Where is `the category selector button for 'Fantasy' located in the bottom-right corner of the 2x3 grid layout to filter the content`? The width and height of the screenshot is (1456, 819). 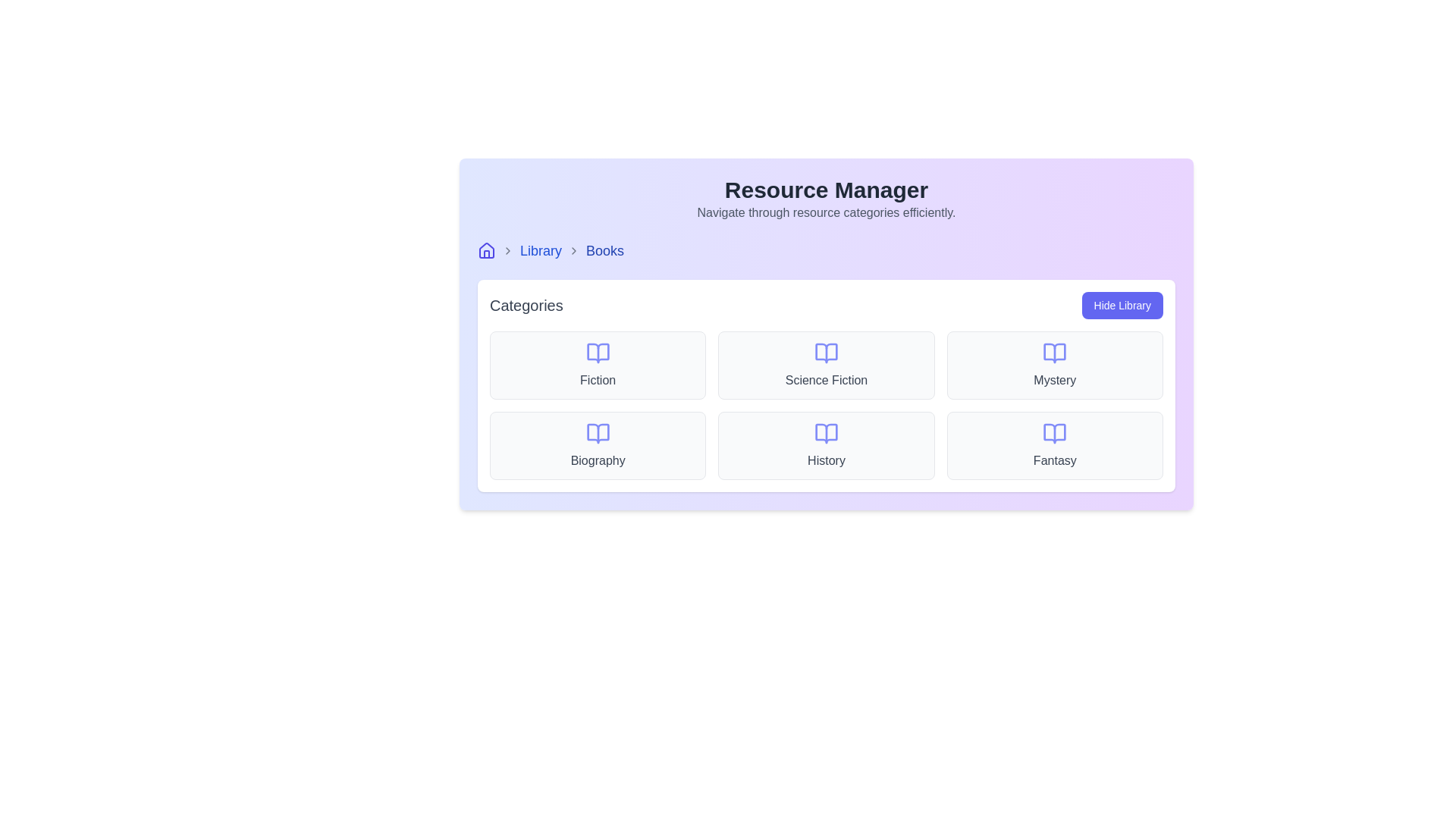 the category selector button for 'Fantasy' located in the bottom-right corner of the 2x3 grid layout to filter the content is located at coordinates (1054, 444).